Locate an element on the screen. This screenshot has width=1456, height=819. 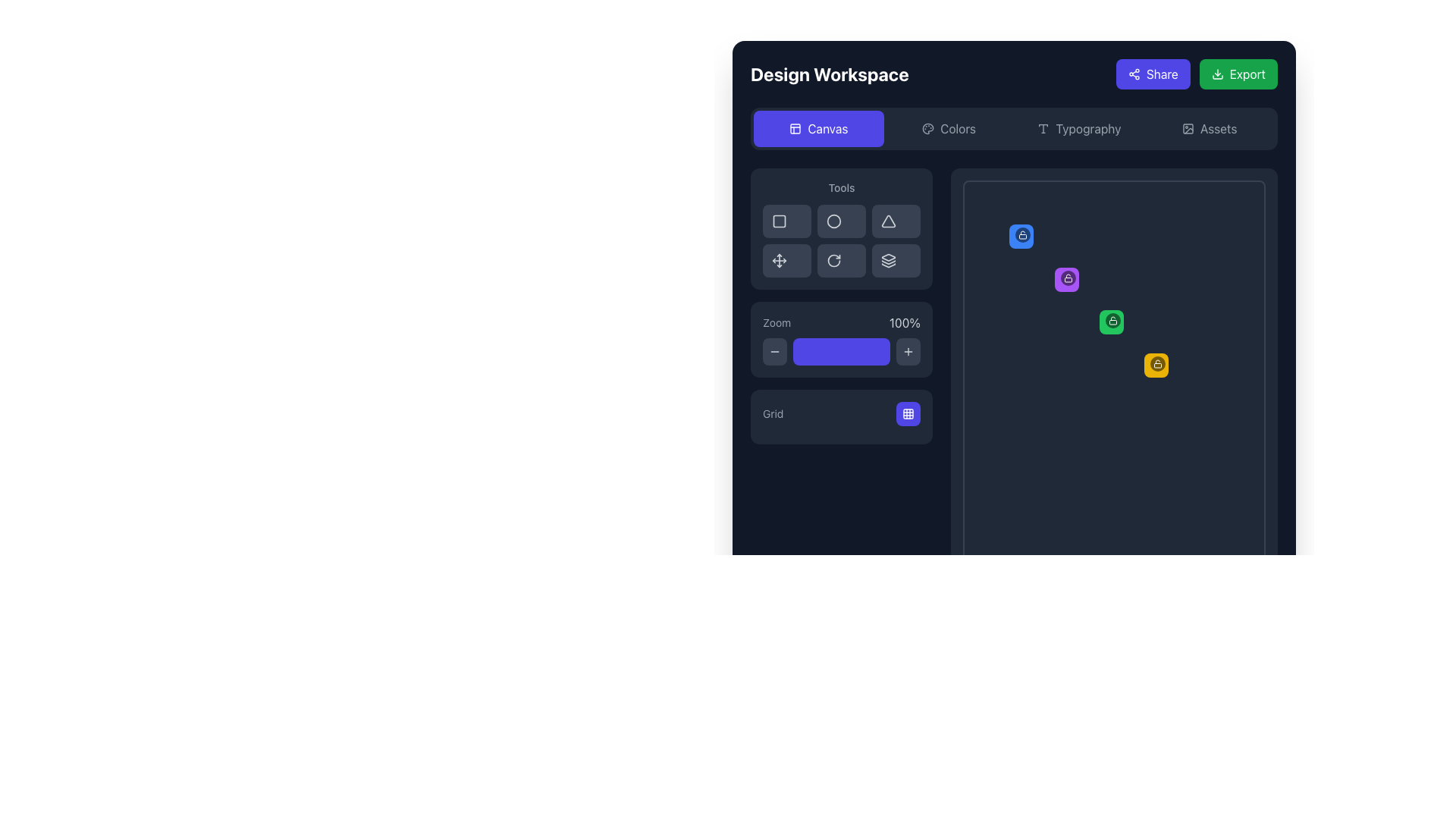
the triangular icon is located at coordinates (888, 221).